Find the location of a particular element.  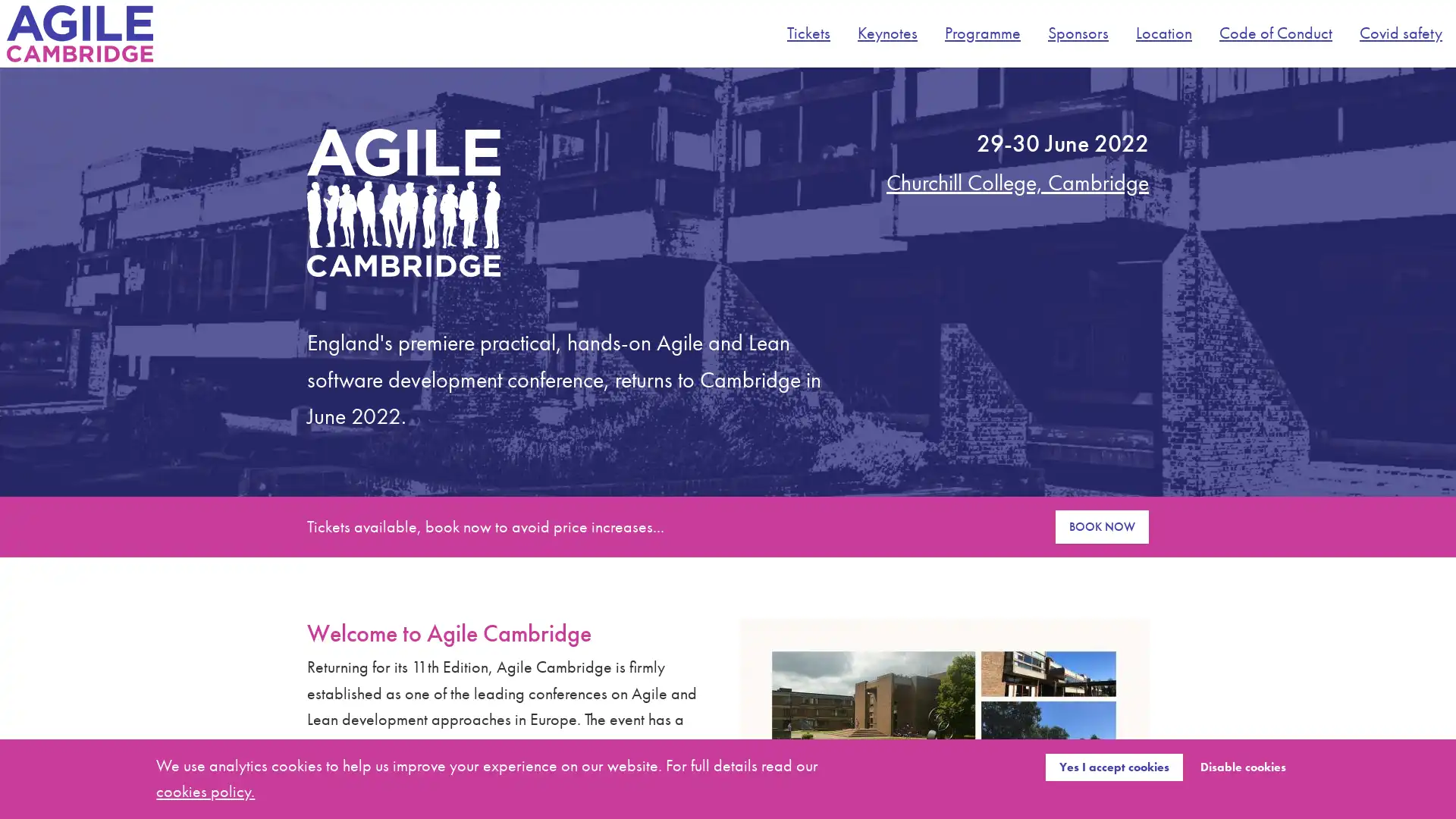

Yes I accept cookies is located at coordinates (1113, 766).